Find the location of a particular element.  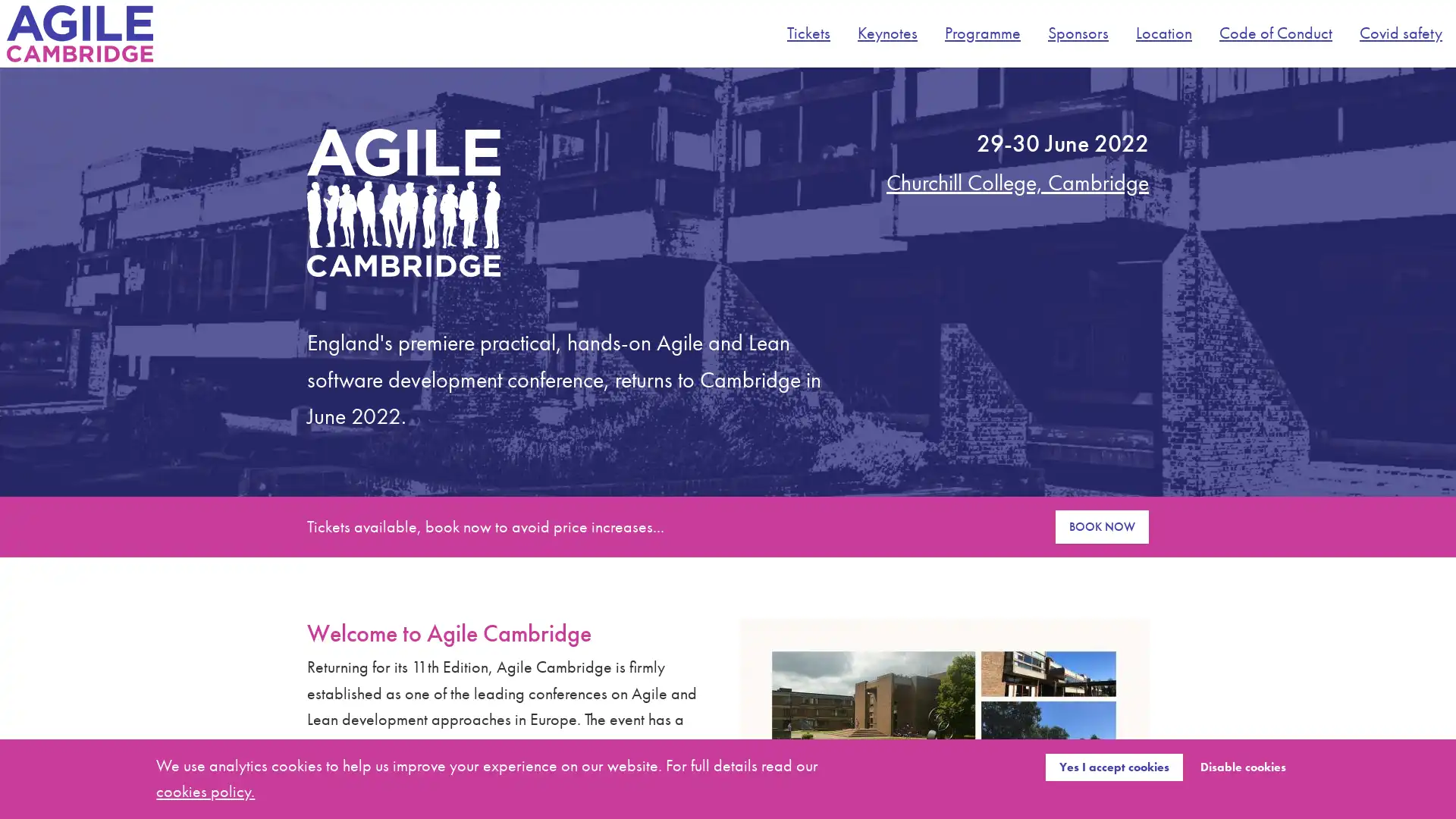

Yes I accept cookies is located at coordinates (1113, 766).